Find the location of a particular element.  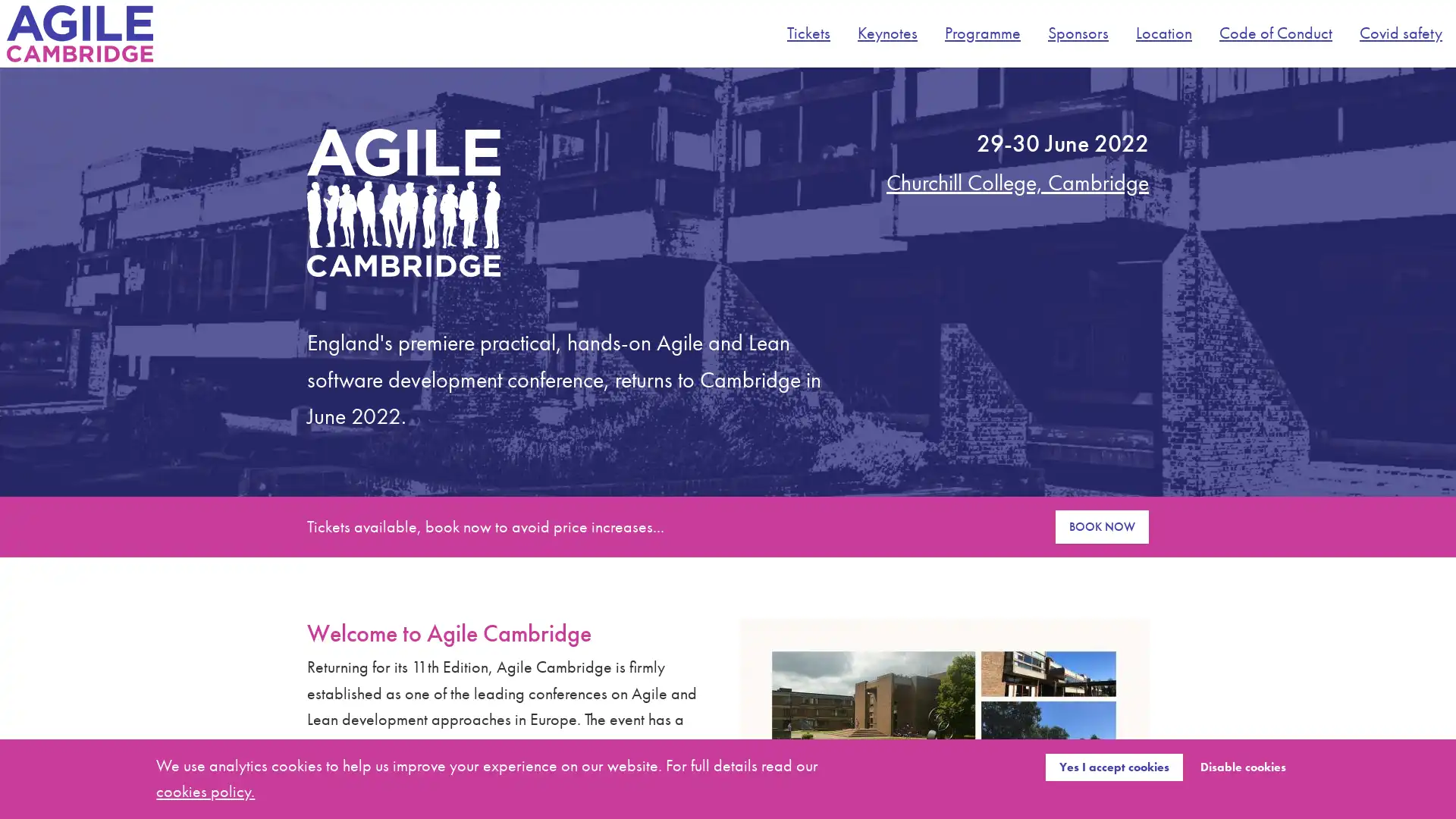

Yes I accept cookies is located at coordinates (1113, 766).